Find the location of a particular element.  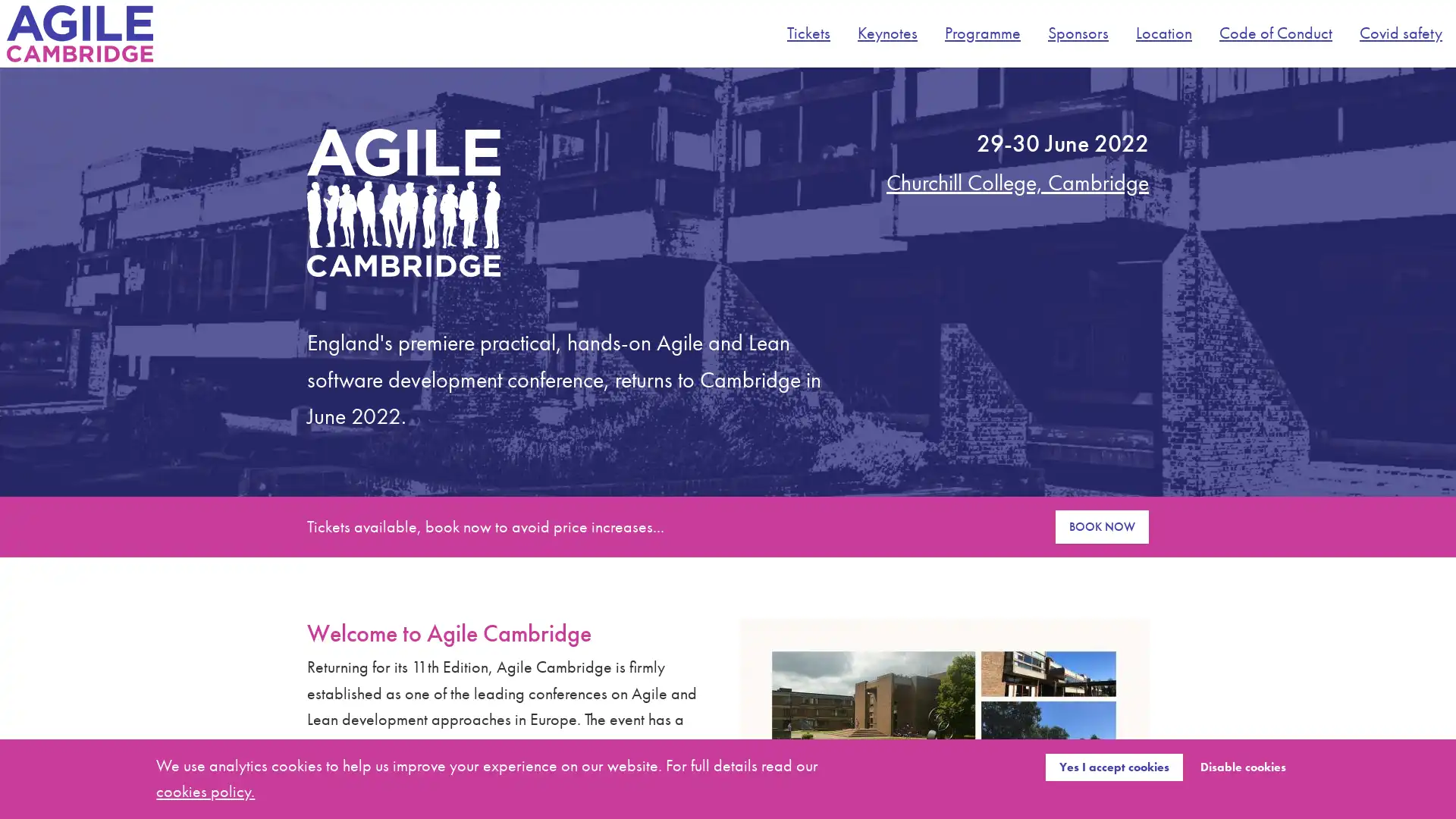

Yes I accept cookies is located at coordinates (1113, 766).